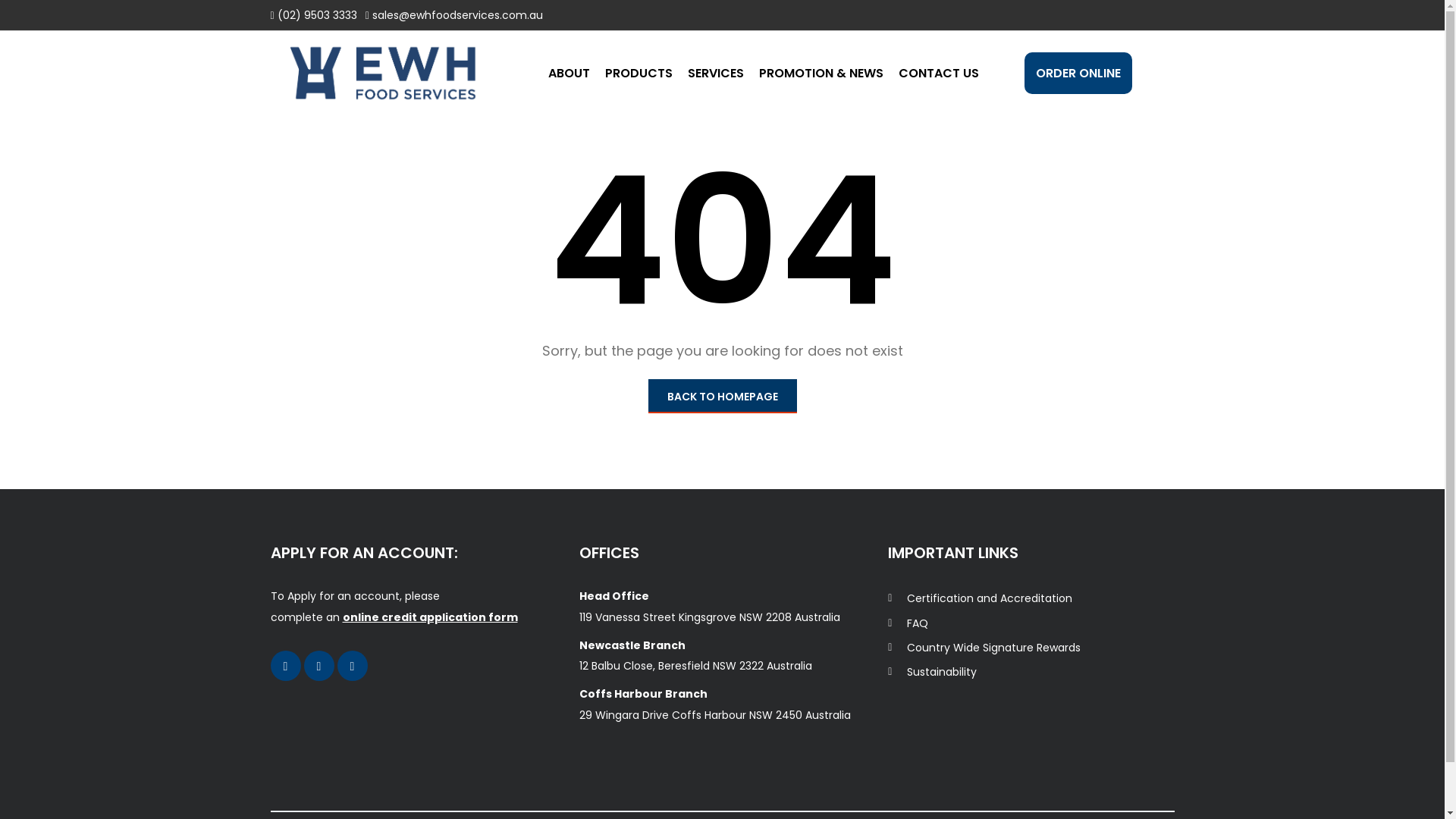 The width and height of the screenshot is (1456, 819). Describe the element at coordinates (898, 73) in the screenshot. I see `'CONTACT US'` at that location.